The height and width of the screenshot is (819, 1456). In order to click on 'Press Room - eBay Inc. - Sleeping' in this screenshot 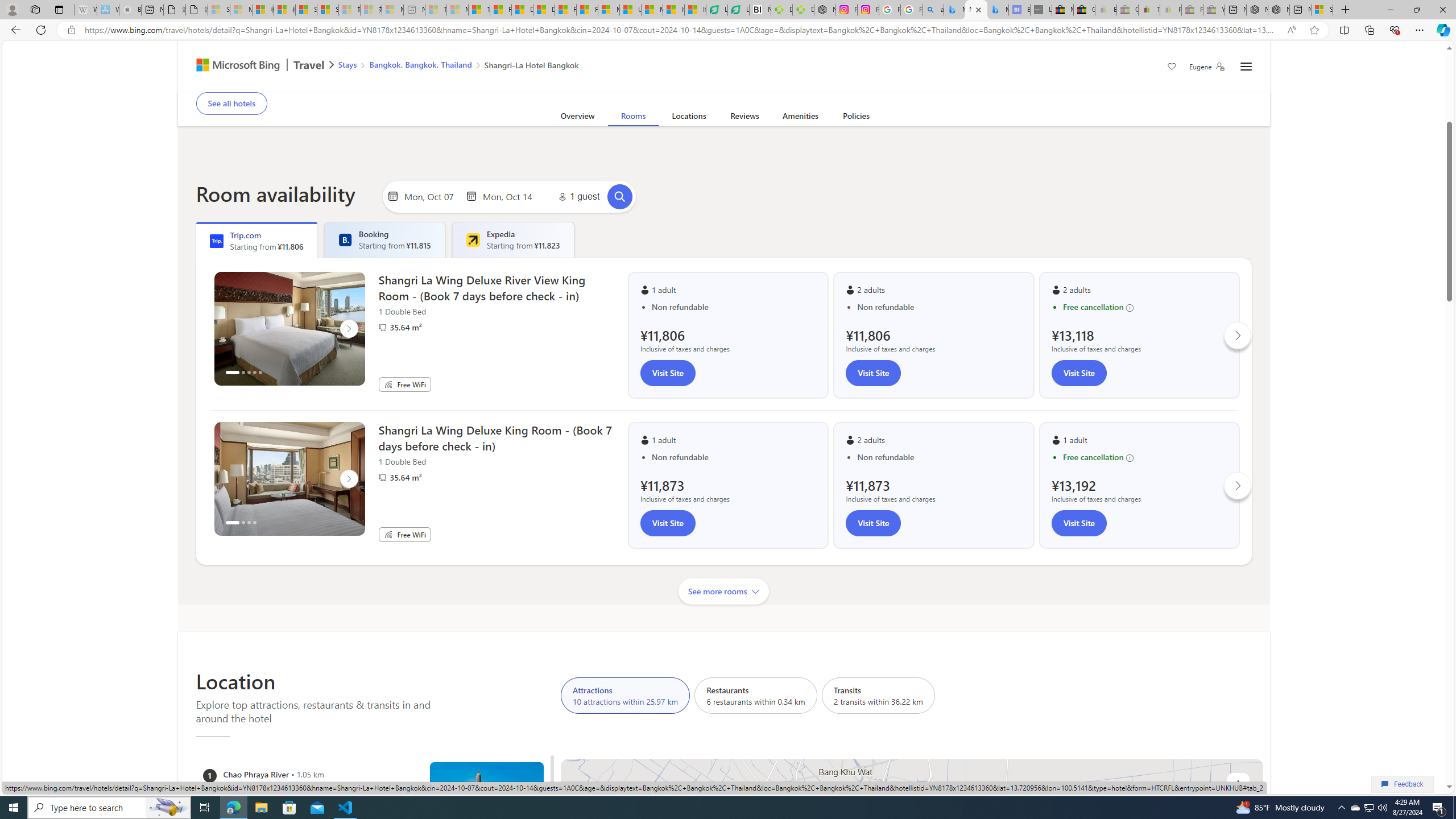, I will do `click(1192, 9)`.